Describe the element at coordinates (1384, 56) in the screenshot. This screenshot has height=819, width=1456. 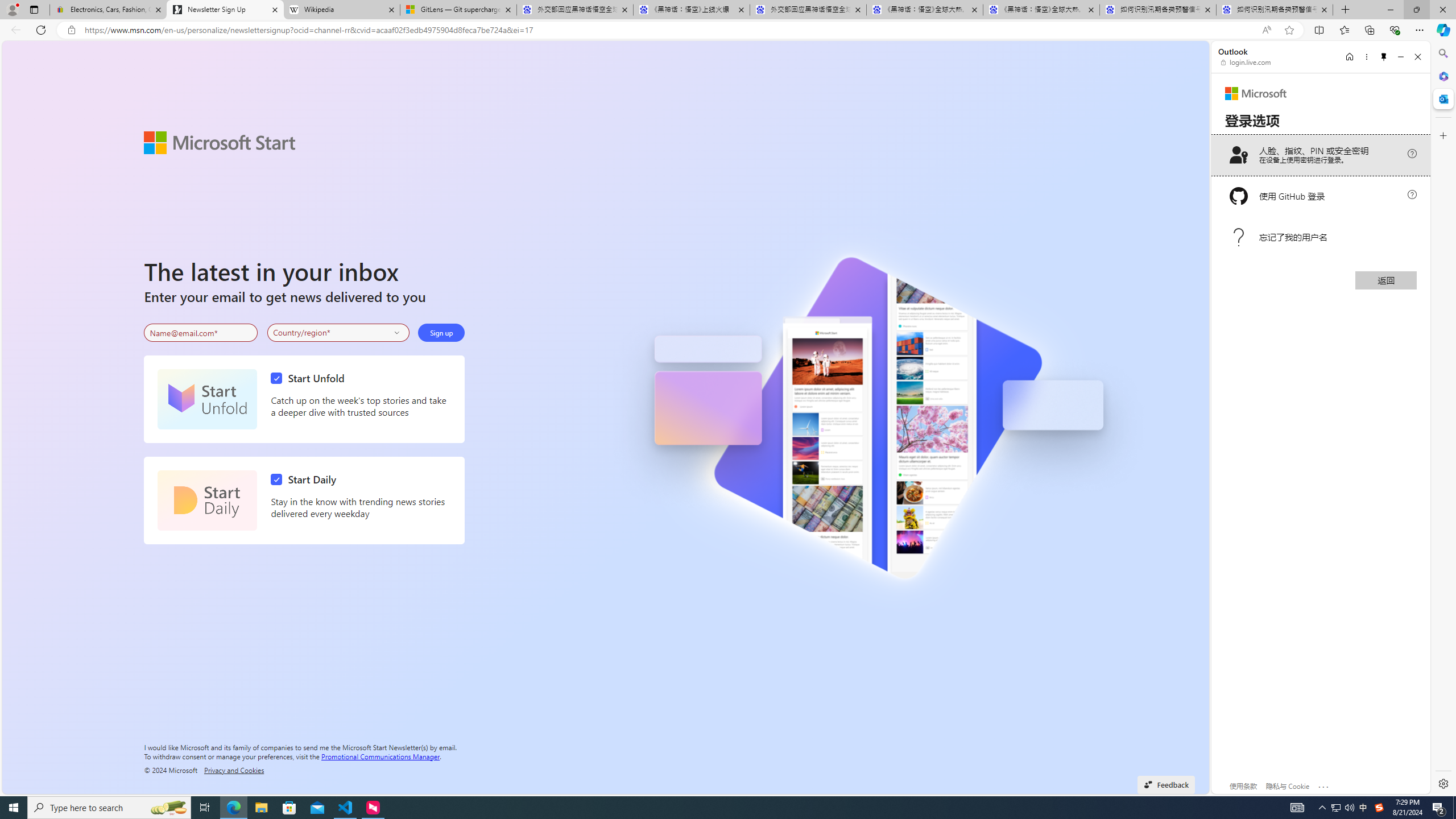
I see `'Unpin side pane'` at that location.